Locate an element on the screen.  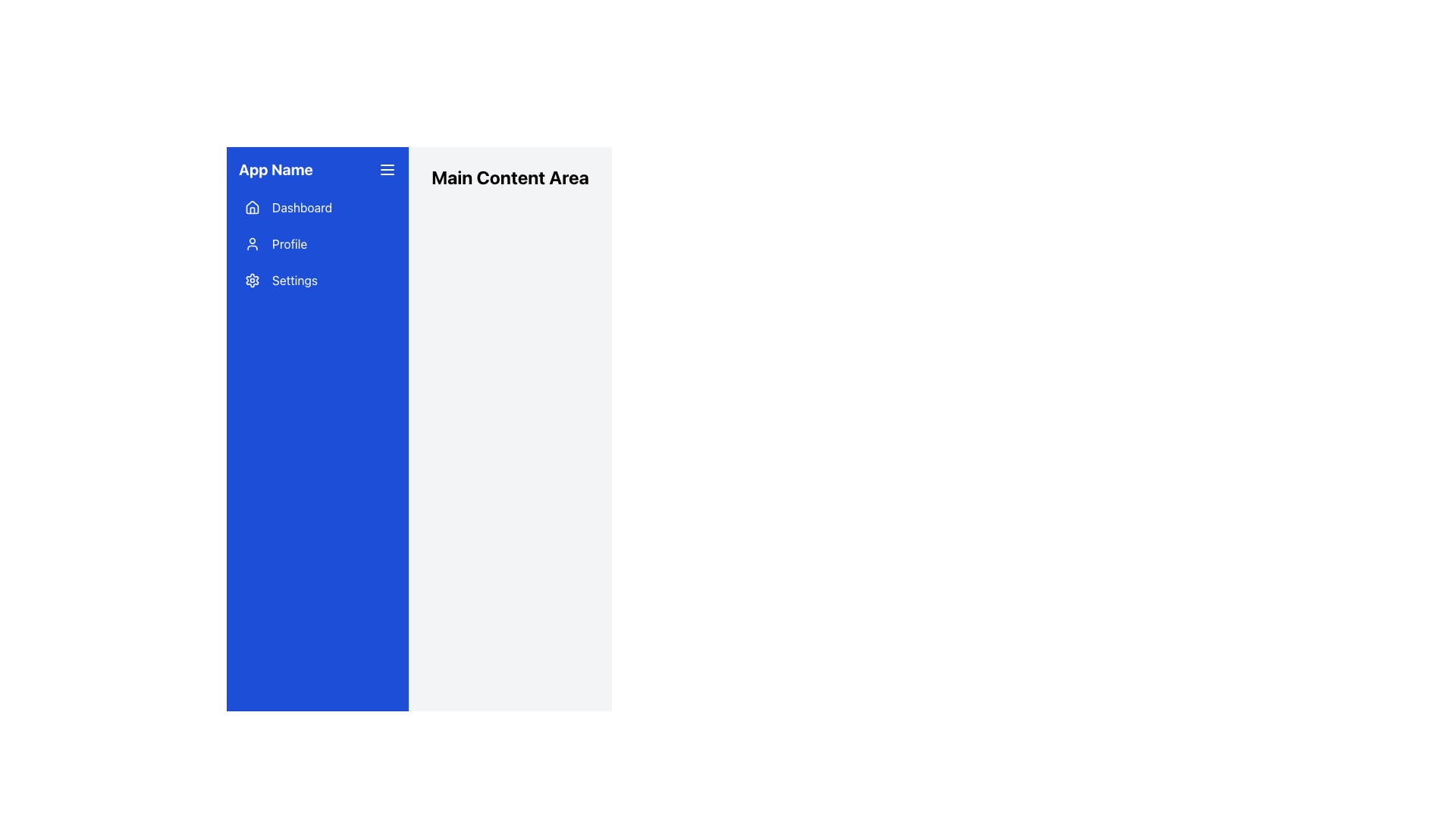
the 'Profile' menu option in the vertical menu component located in the blue sidebar for navigation is located at coordinates (316, 243).